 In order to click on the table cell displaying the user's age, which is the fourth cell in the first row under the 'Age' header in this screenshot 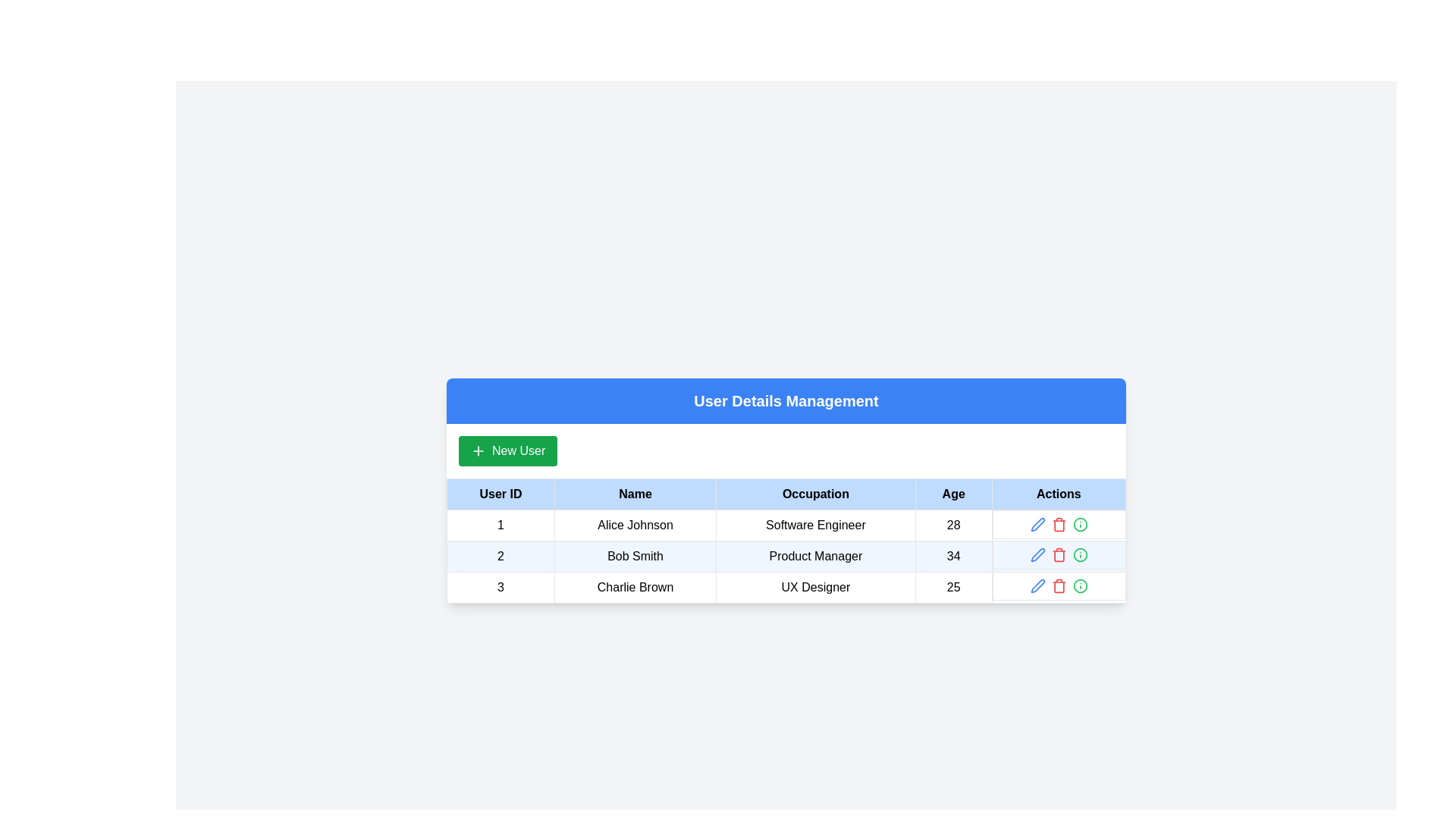, I will do `click(952, 524)`.